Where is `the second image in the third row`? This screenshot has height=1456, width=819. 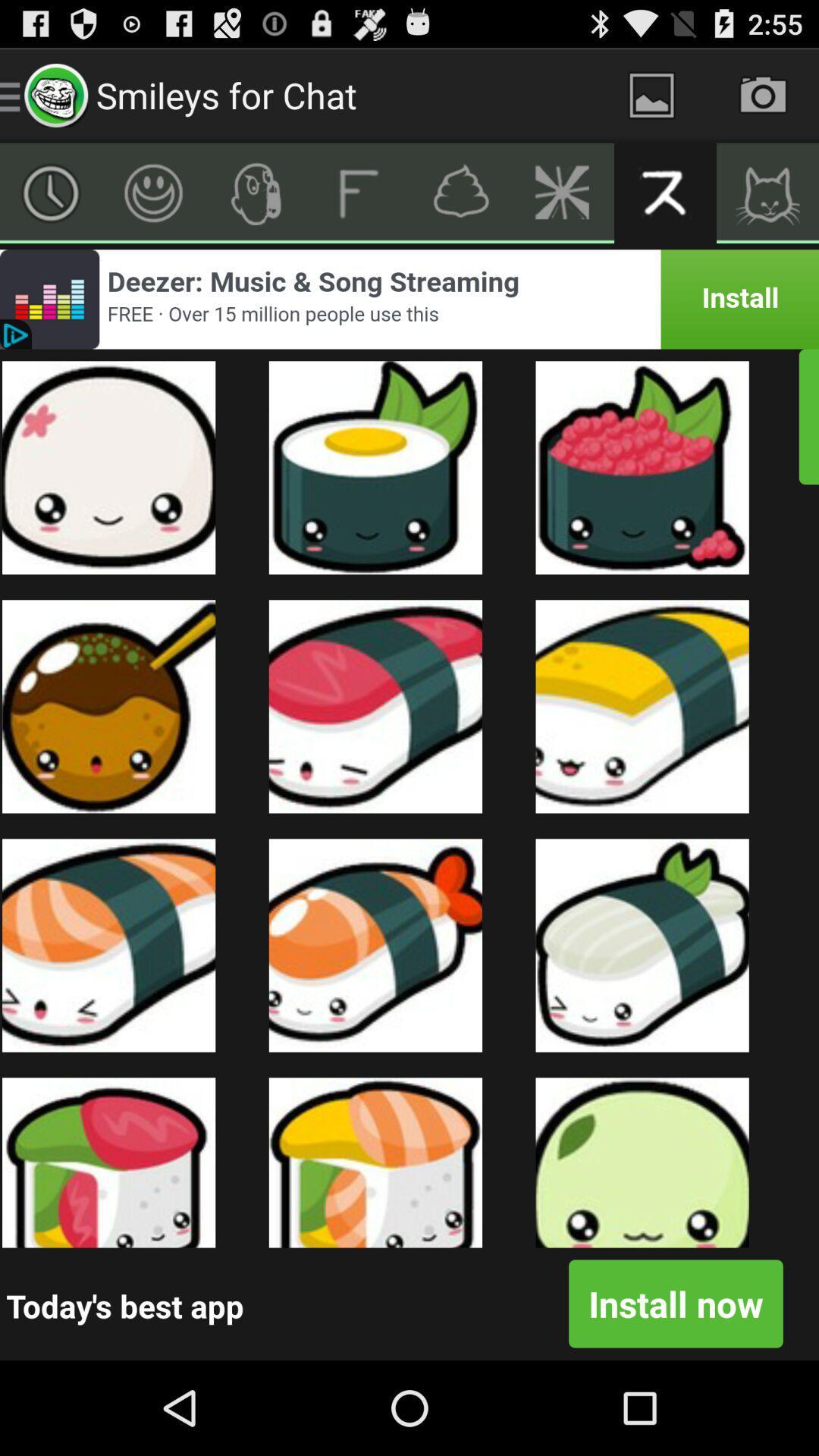 the second image in the third row is located at coordinates (375, 945).